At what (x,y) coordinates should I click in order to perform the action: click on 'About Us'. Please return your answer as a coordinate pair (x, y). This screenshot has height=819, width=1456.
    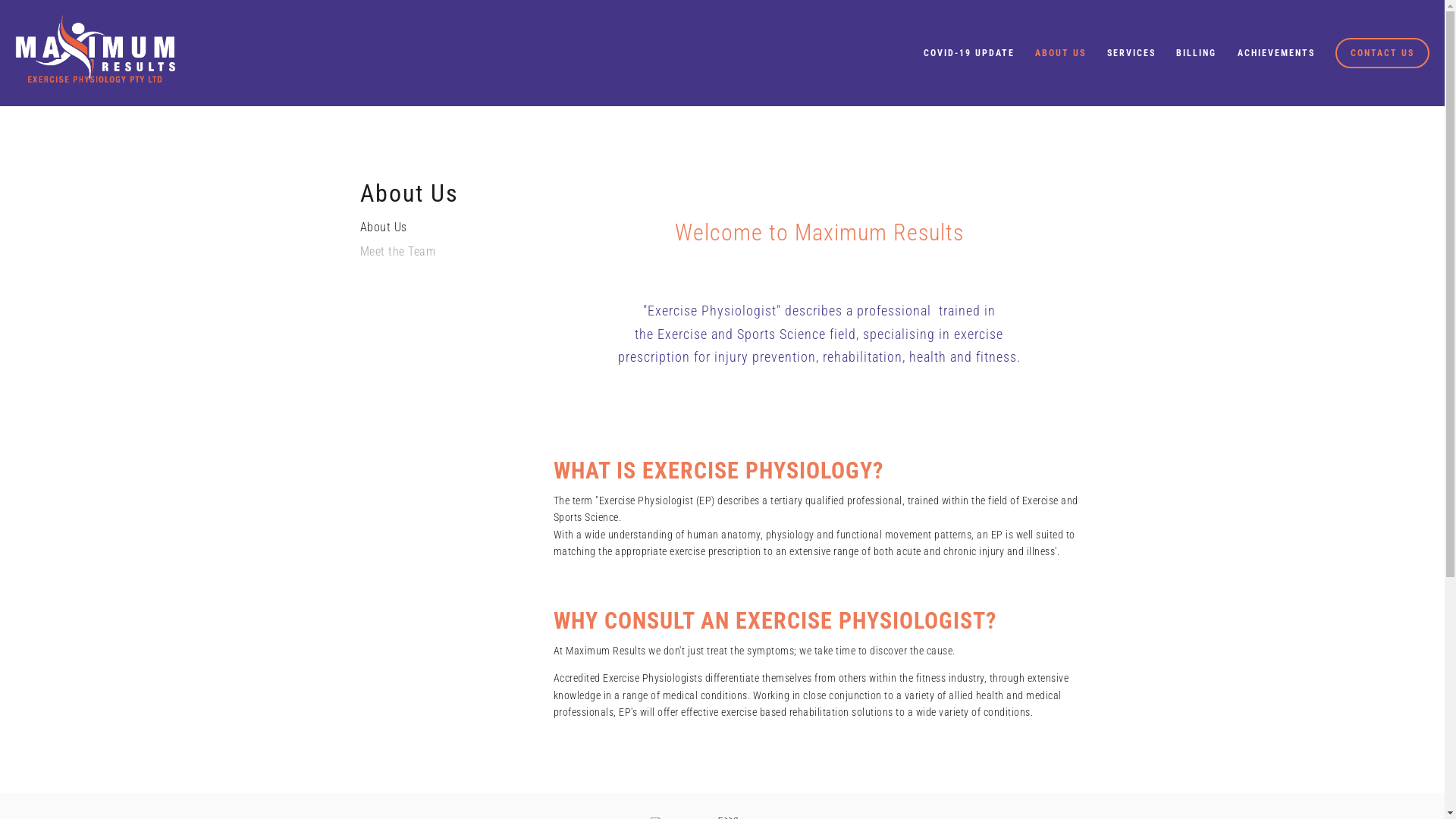
    Looking at the image, I should click on (431, 231).